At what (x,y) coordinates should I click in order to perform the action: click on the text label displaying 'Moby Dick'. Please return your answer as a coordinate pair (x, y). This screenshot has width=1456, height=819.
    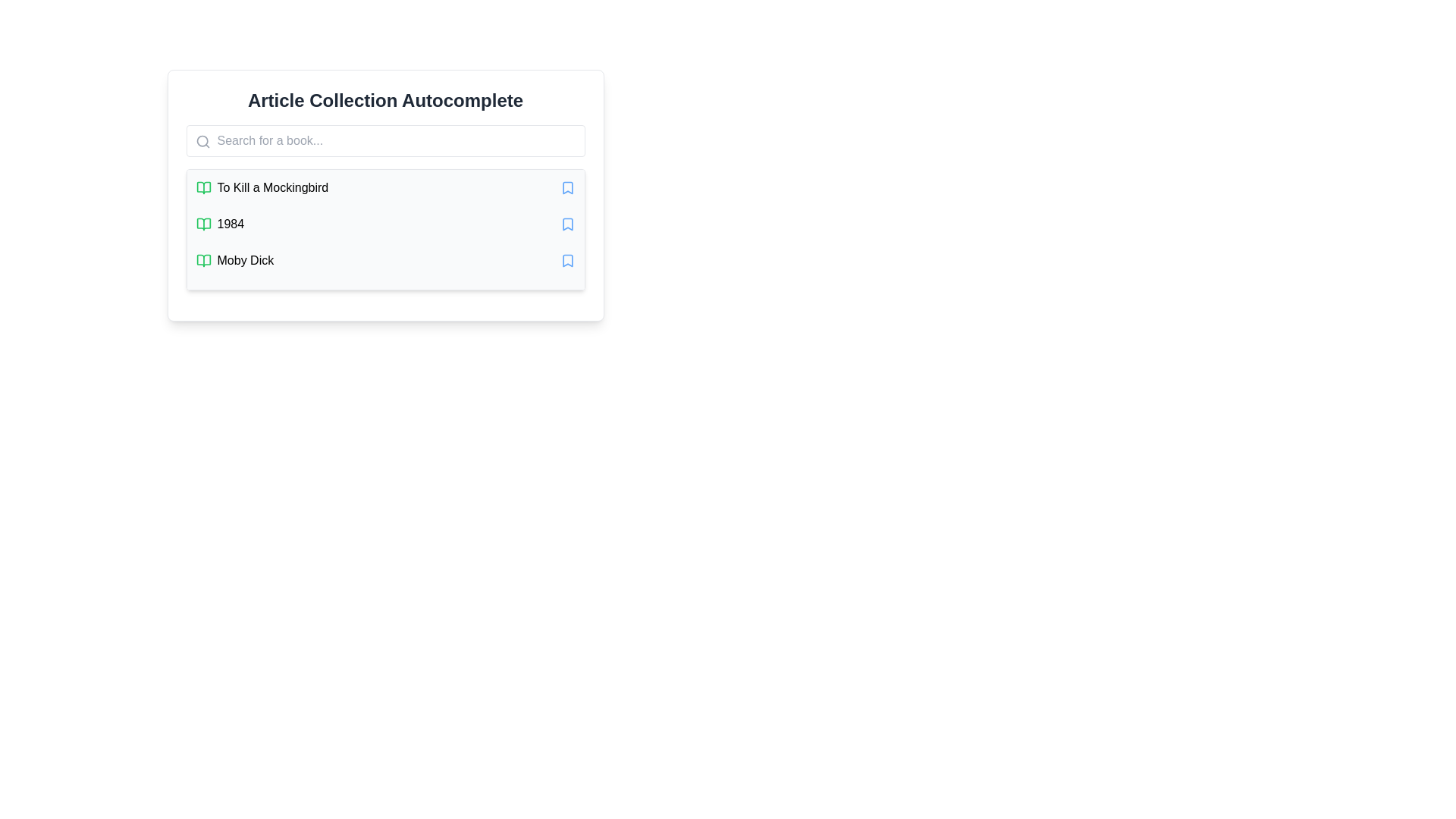
    Looking at the image, I should click on (245, 259).